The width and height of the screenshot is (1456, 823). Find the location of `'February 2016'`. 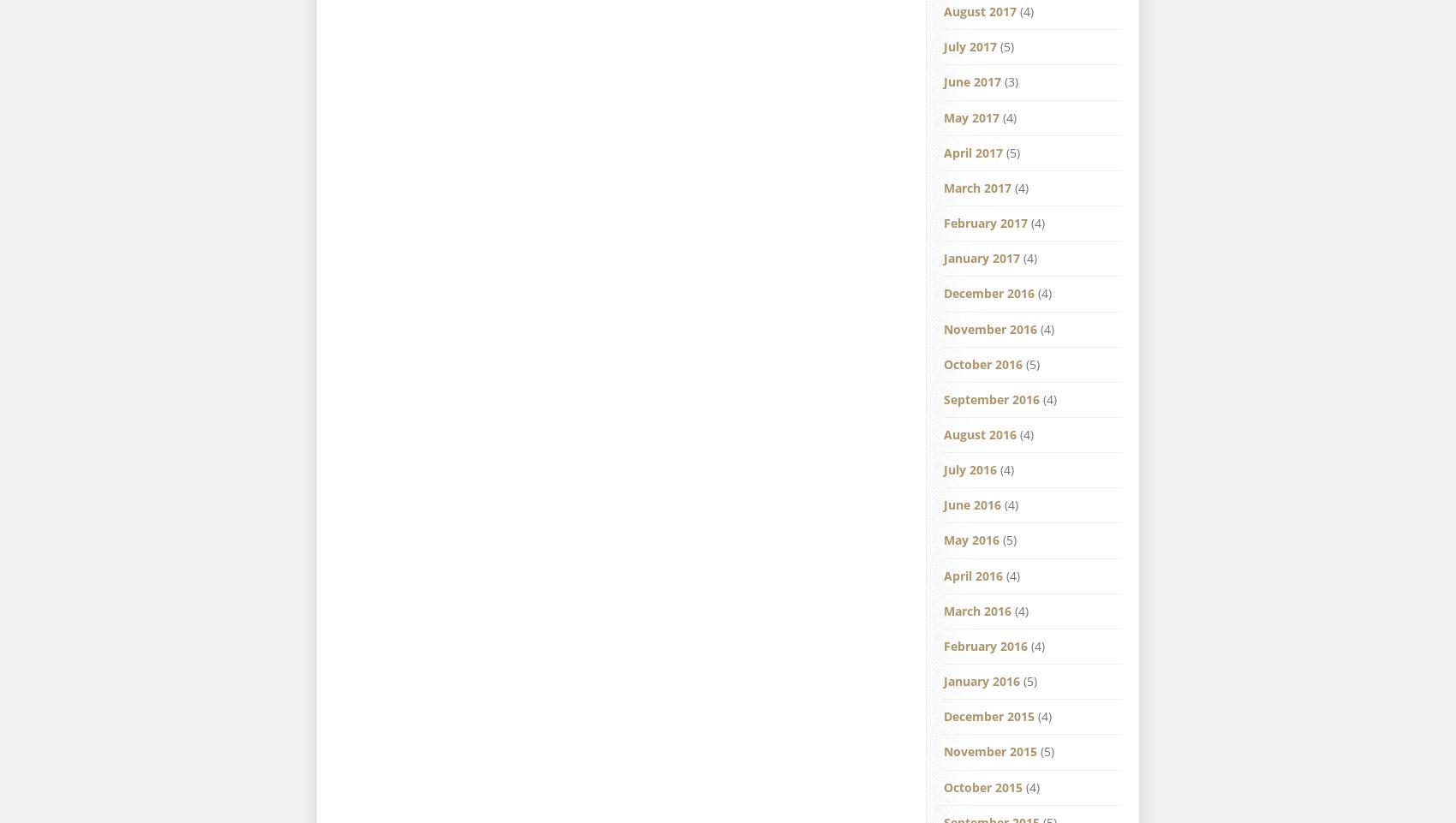

'February 2016' is located at coordinates (986, 644).